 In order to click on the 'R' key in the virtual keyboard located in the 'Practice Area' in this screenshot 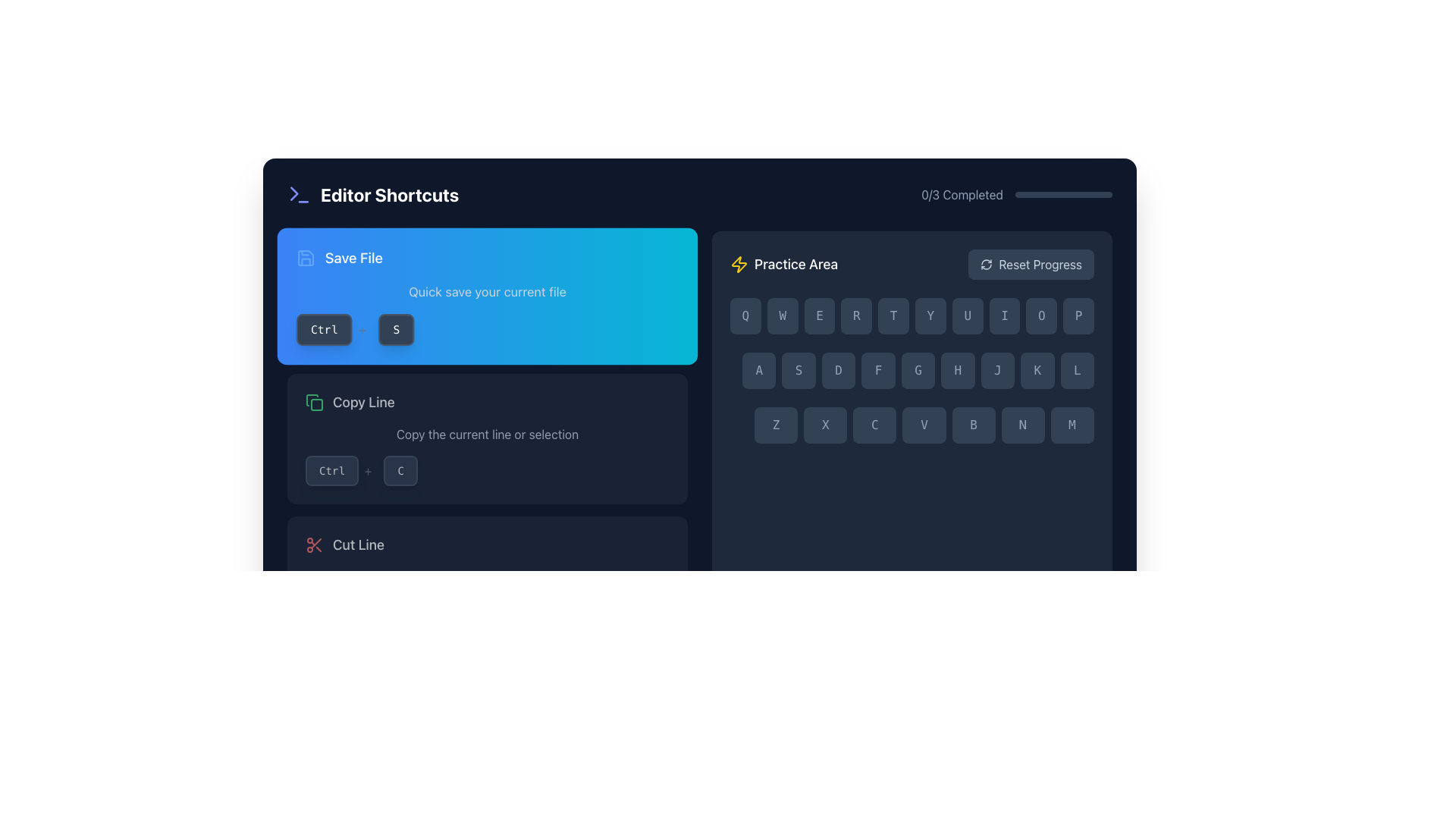, I will do `click(856, 315)`.